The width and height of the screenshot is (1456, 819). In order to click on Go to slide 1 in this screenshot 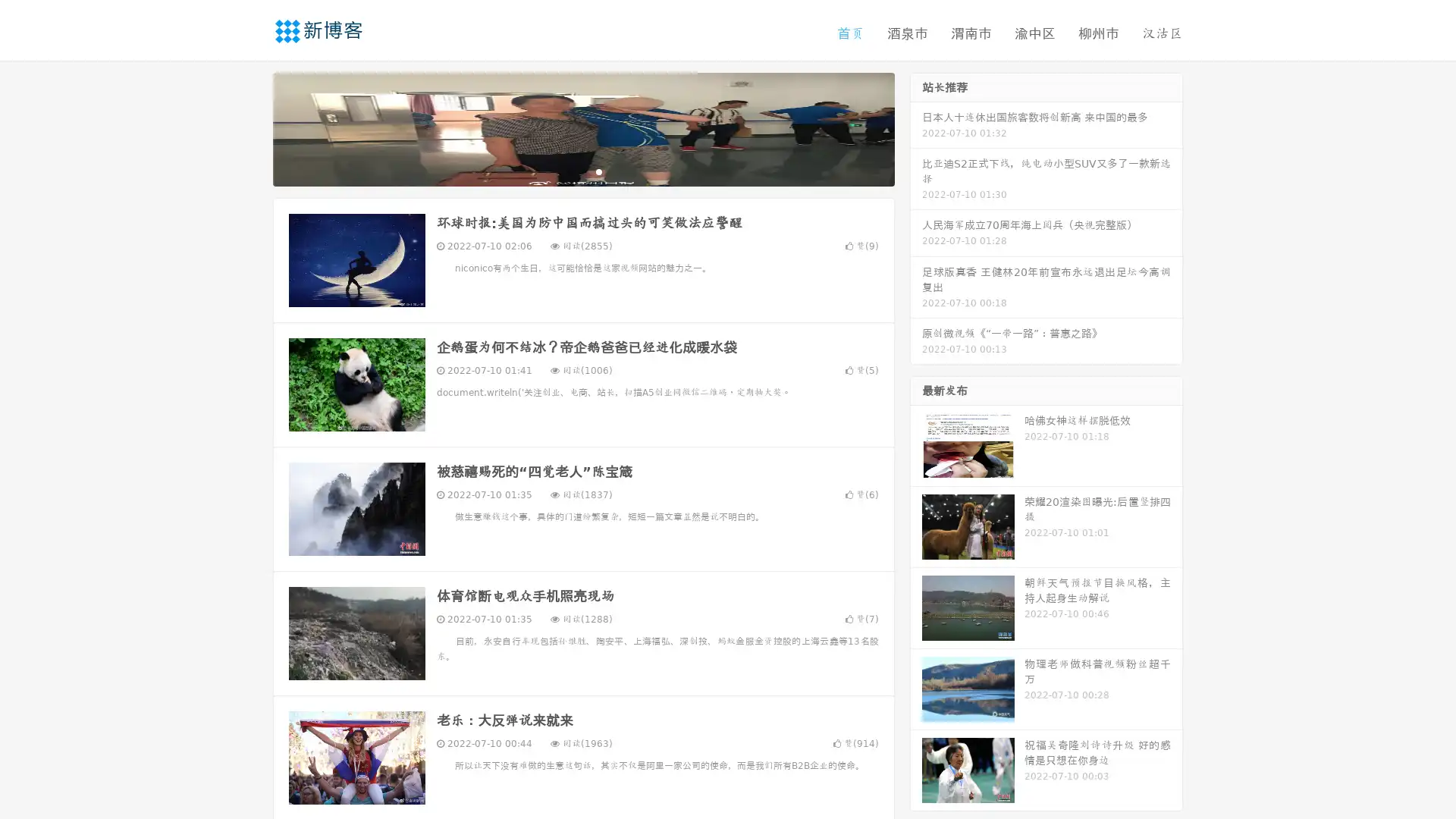, I will do `click(567, 171)`.